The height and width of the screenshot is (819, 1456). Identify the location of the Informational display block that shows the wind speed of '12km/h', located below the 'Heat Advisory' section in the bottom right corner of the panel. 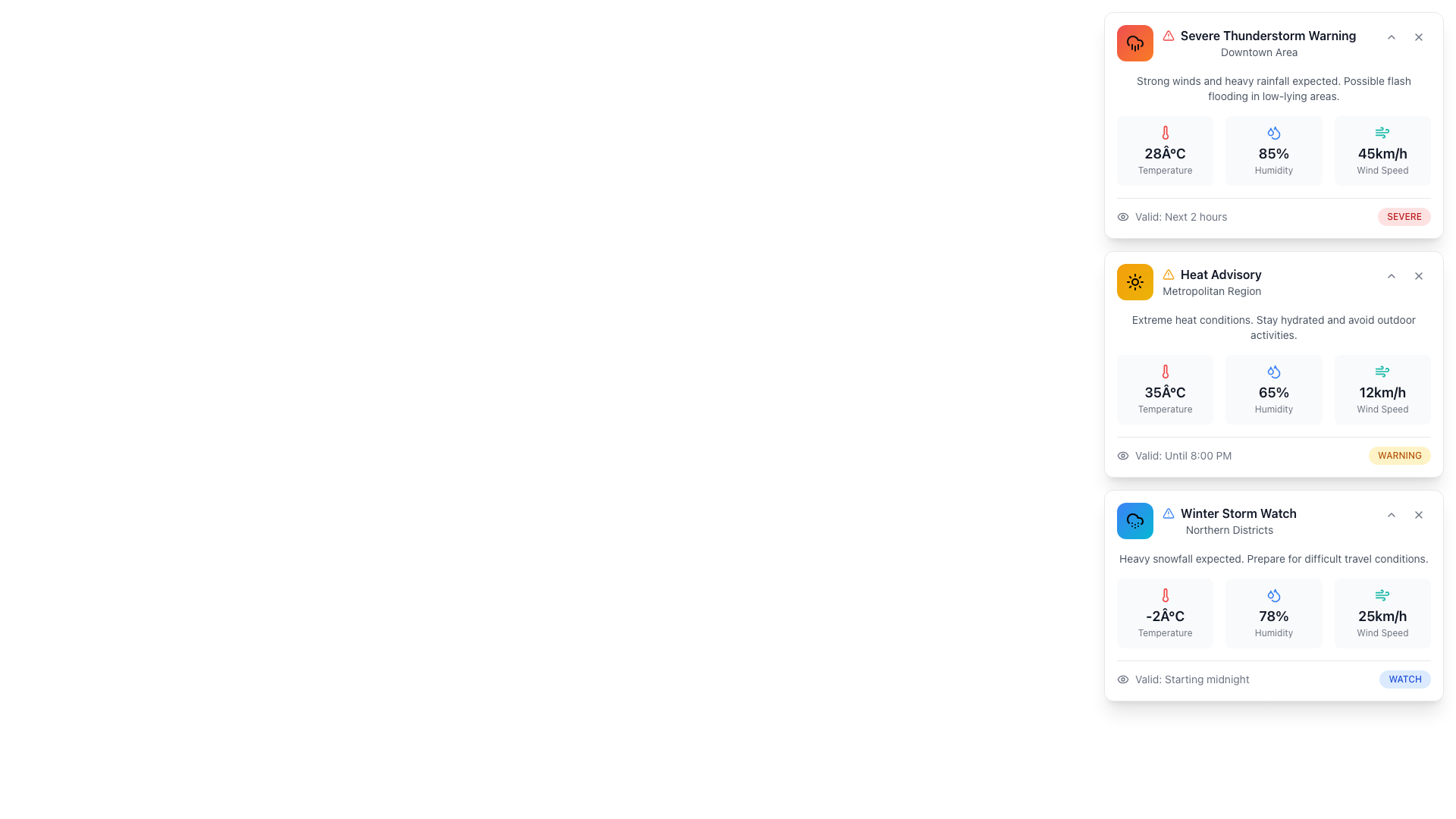
(1382, 388).